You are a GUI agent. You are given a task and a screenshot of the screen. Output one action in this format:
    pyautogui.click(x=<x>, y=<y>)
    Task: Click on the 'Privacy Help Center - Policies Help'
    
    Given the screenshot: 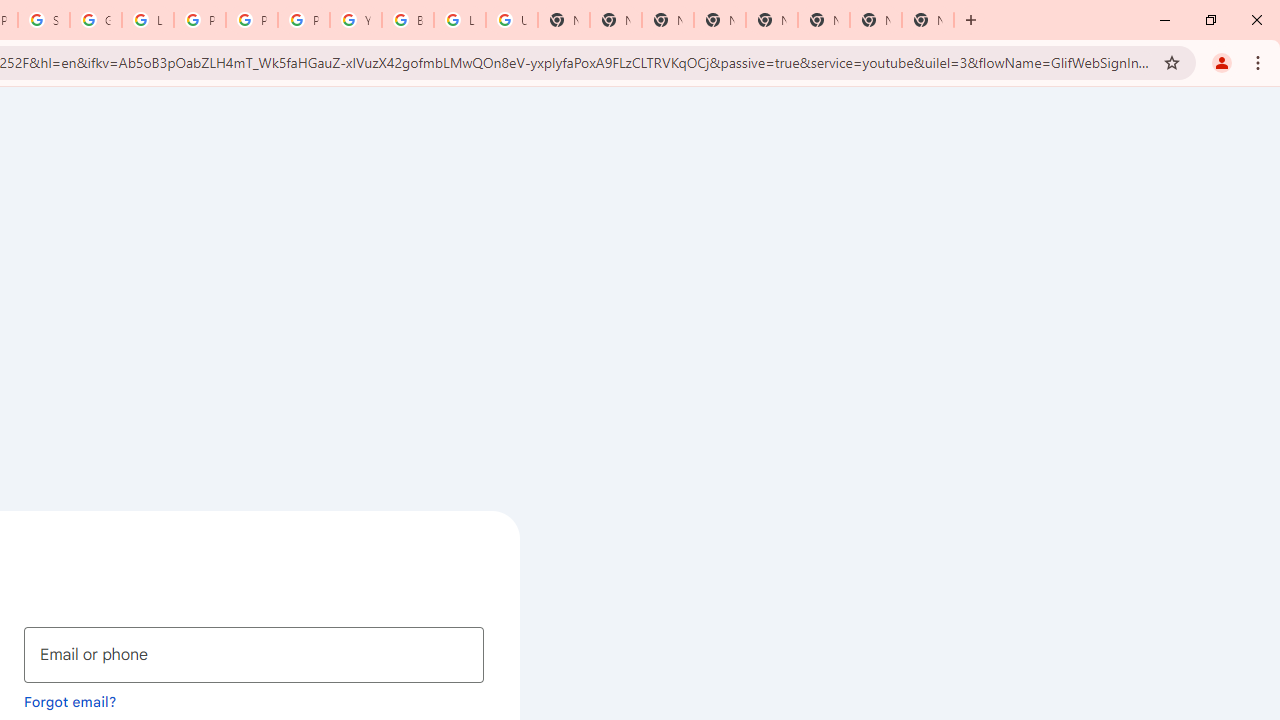 What is the action you would take?
    pyautogui.click(x=200, y=20)
    